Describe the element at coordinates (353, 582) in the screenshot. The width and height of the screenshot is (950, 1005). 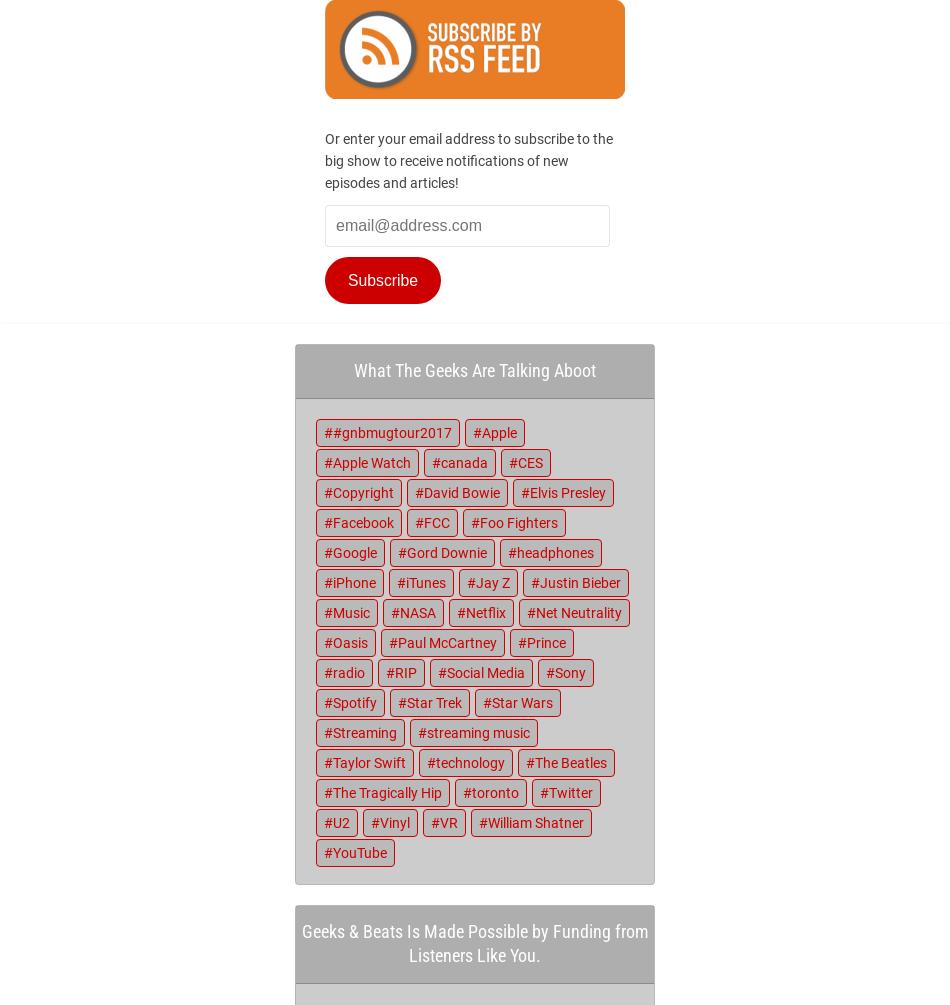
I see `'iPhone'` at that location.